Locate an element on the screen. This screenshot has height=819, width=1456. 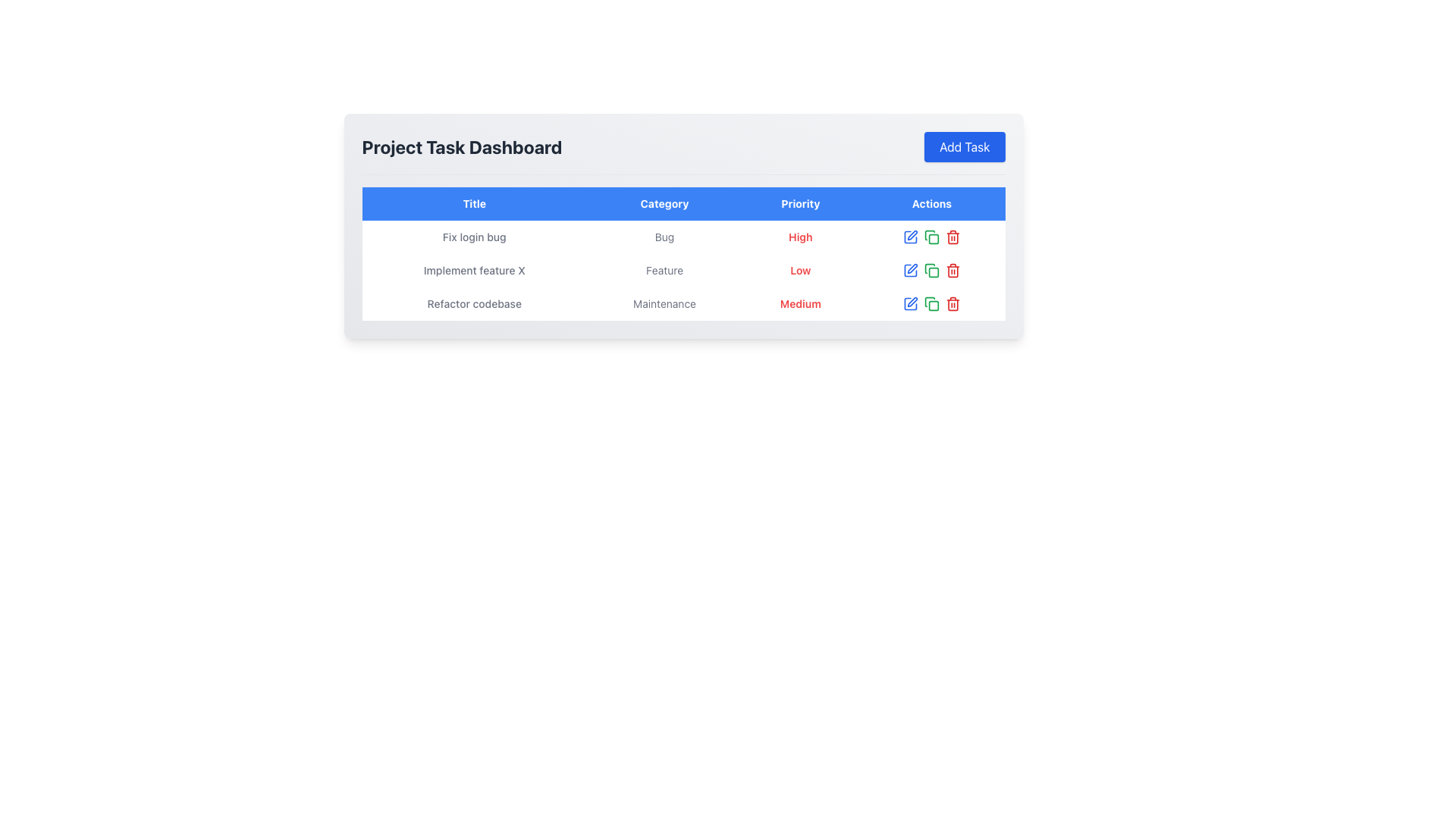
the label that classifies the task 'Fix login bug' under the category 'Bug', located in the second column of the table in the first row is located at coordinates (664, 237).